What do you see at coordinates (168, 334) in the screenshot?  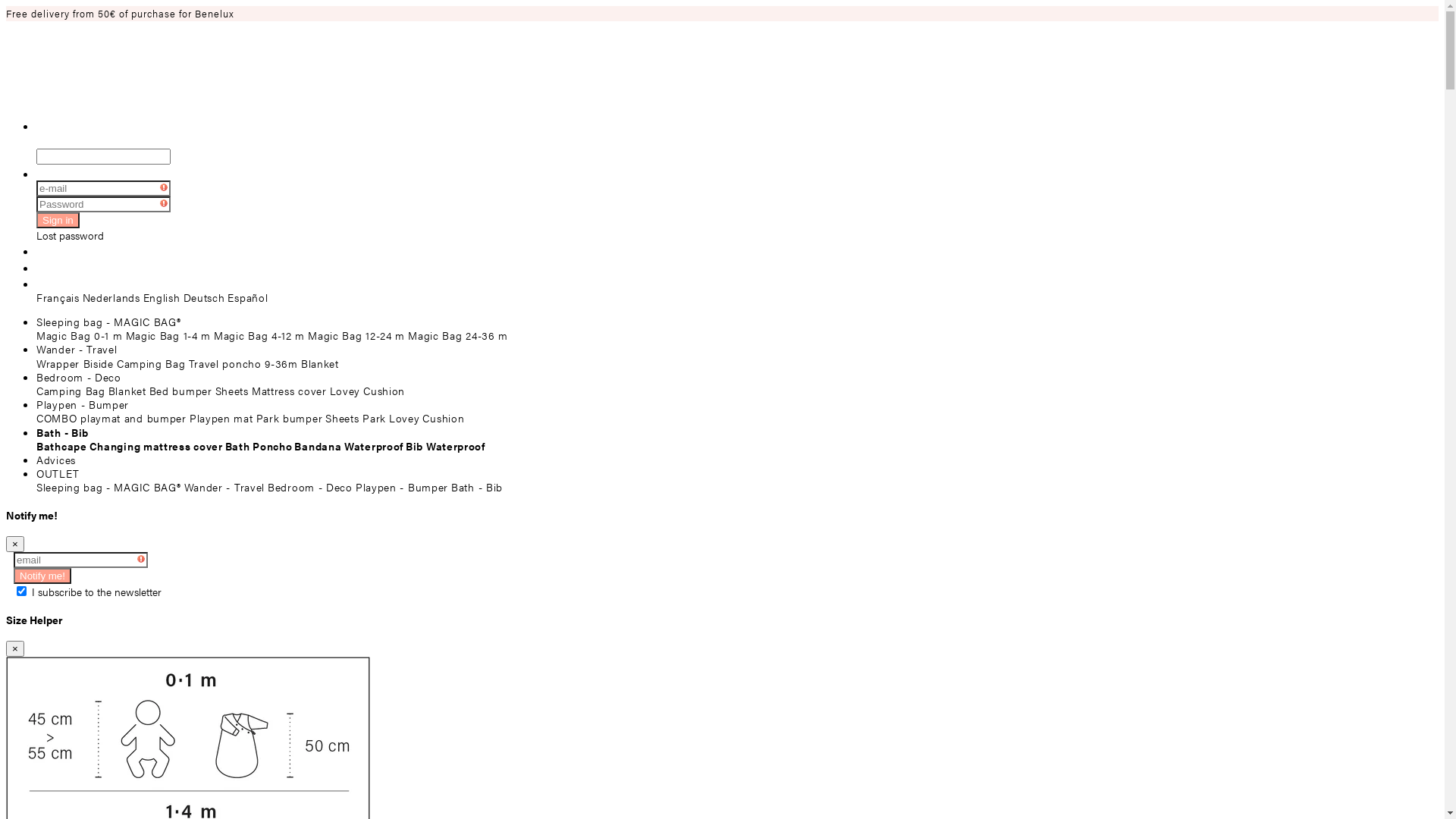 I see `'Magic Bag 1-4 m'` at bounding box center [168, 334].